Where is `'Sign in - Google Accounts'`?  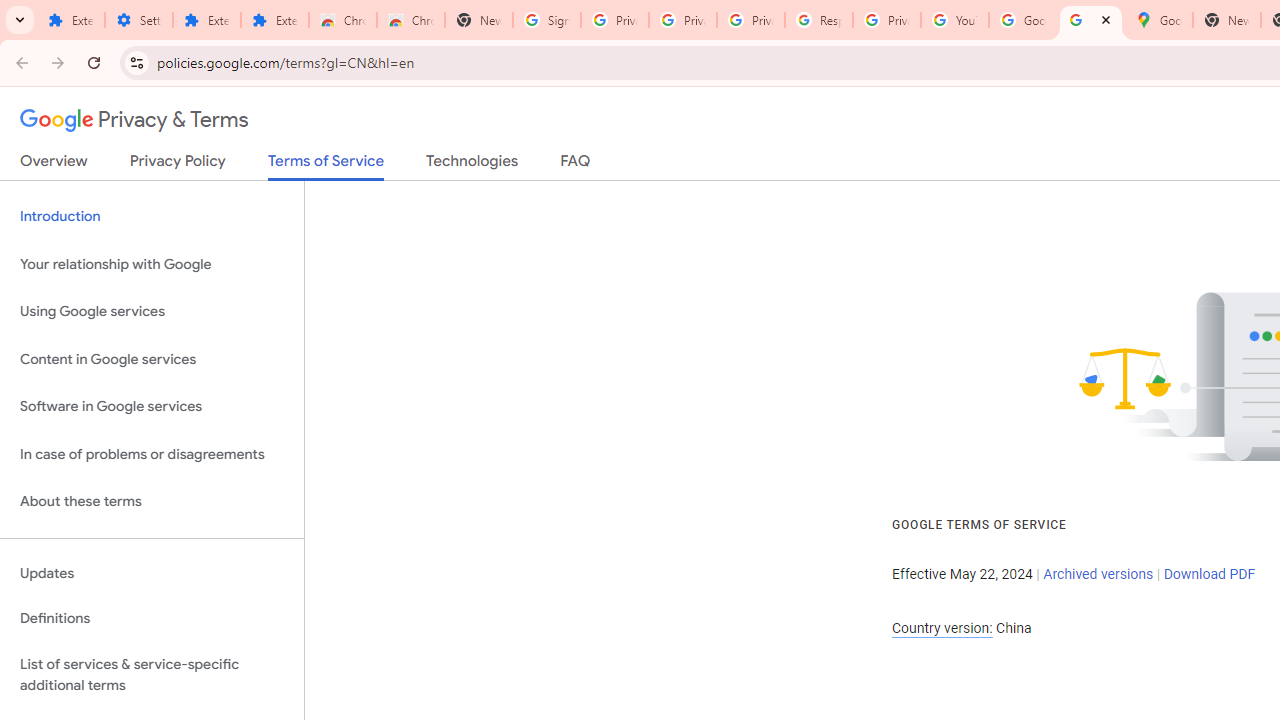 'Sign in - Google Accounts' is located at coordinates (547, 20).